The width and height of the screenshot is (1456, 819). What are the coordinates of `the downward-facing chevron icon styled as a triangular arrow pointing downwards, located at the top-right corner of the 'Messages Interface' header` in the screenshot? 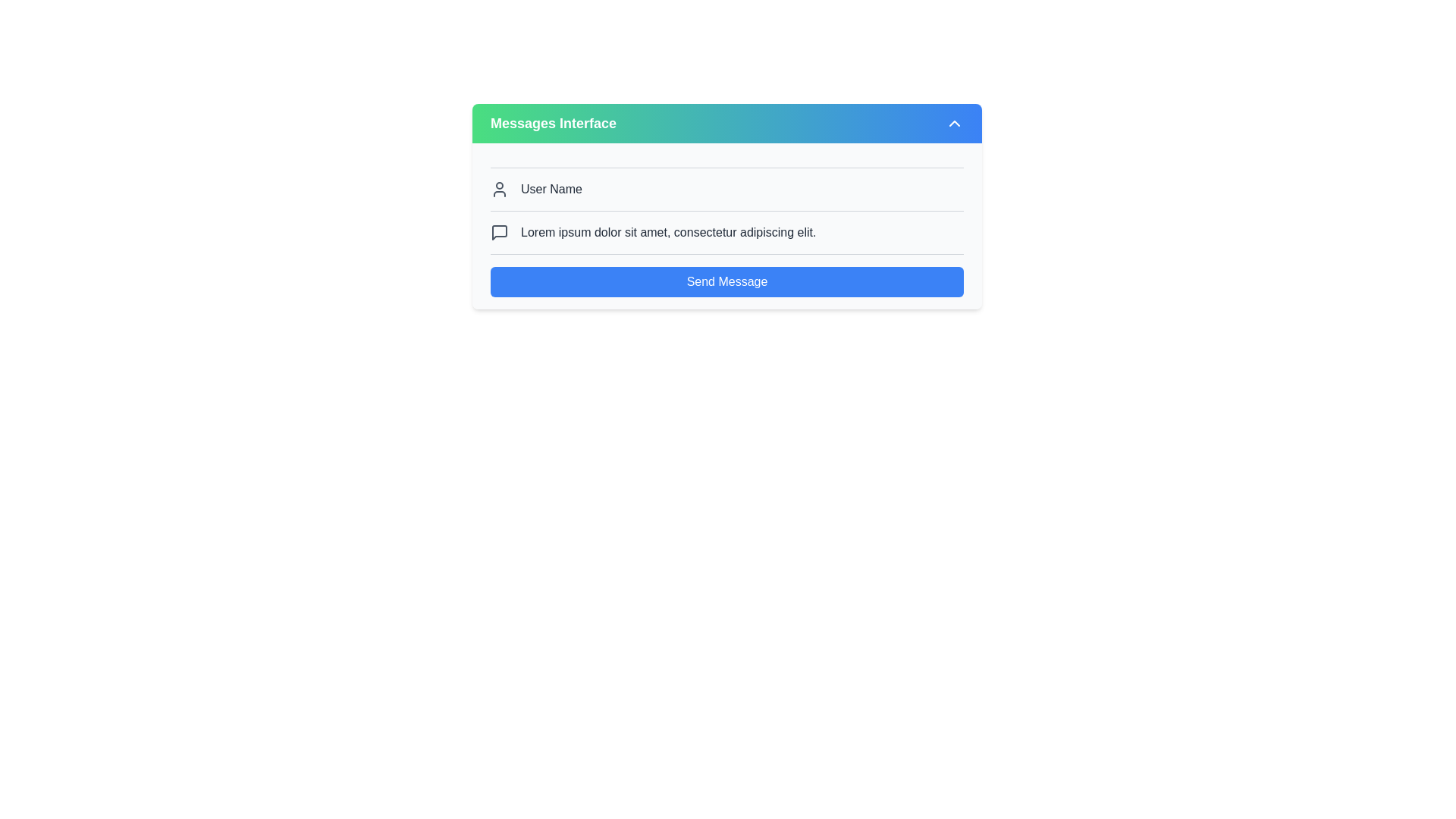 It's located at (953, 122).